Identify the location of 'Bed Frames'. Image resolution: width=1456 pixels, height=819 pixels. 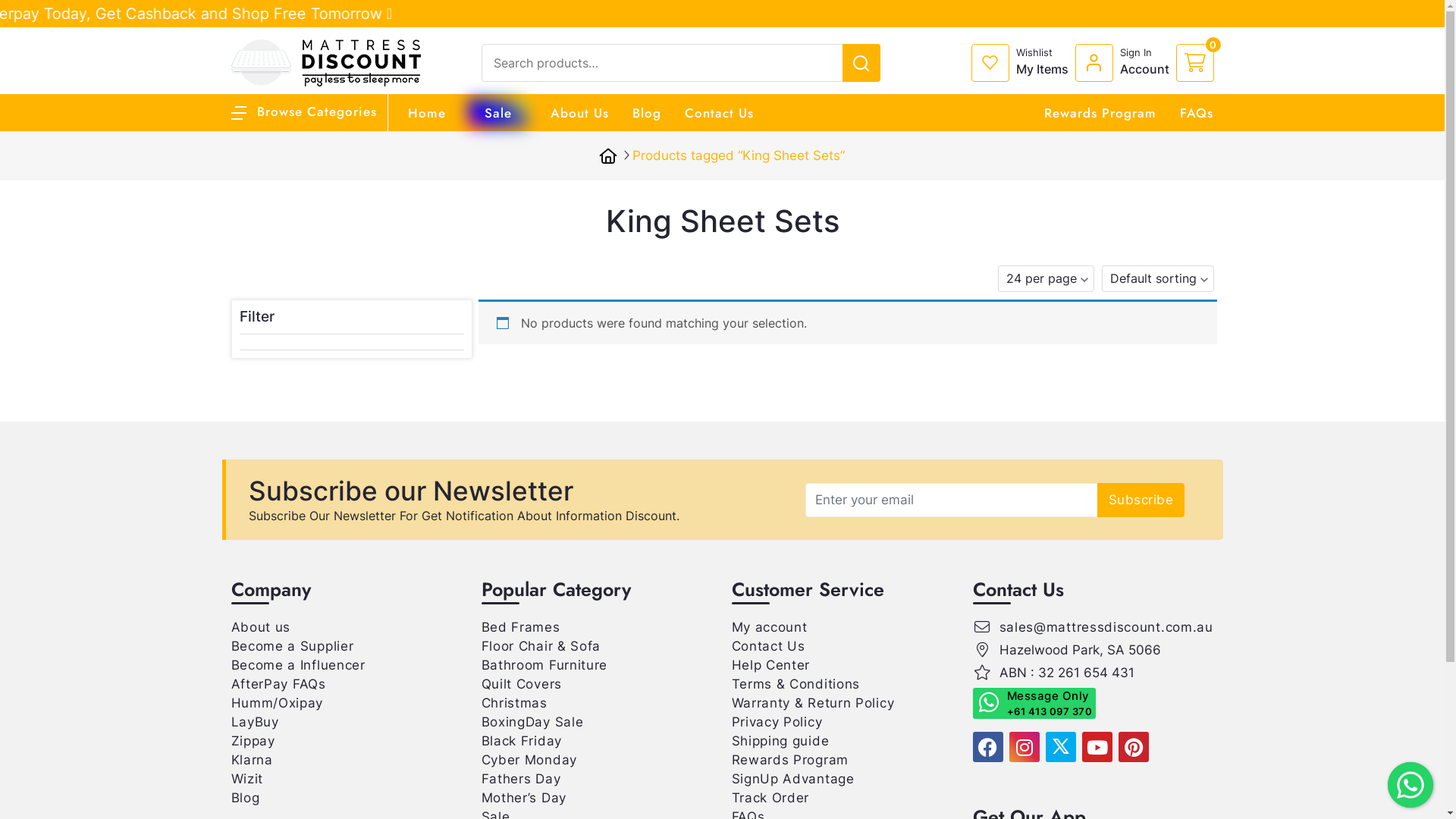
(520, 626).